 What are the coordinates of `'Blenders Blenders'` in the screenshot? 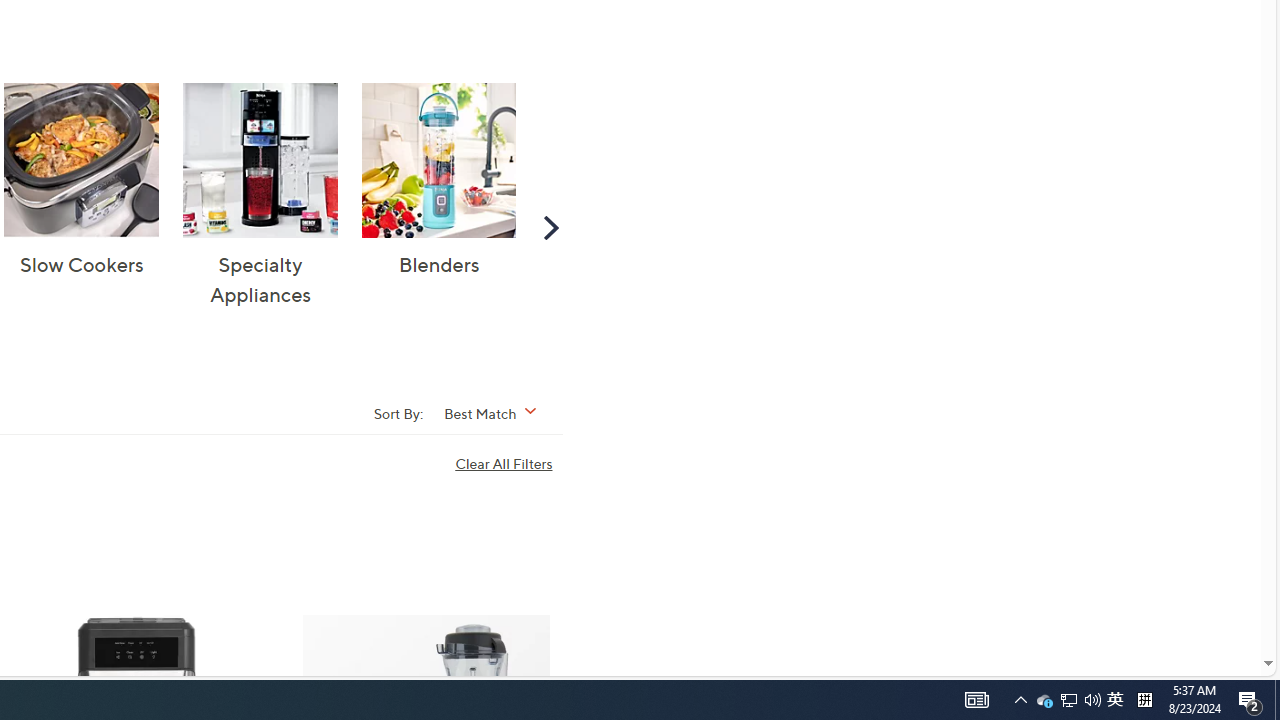 It's located at (438, 181).